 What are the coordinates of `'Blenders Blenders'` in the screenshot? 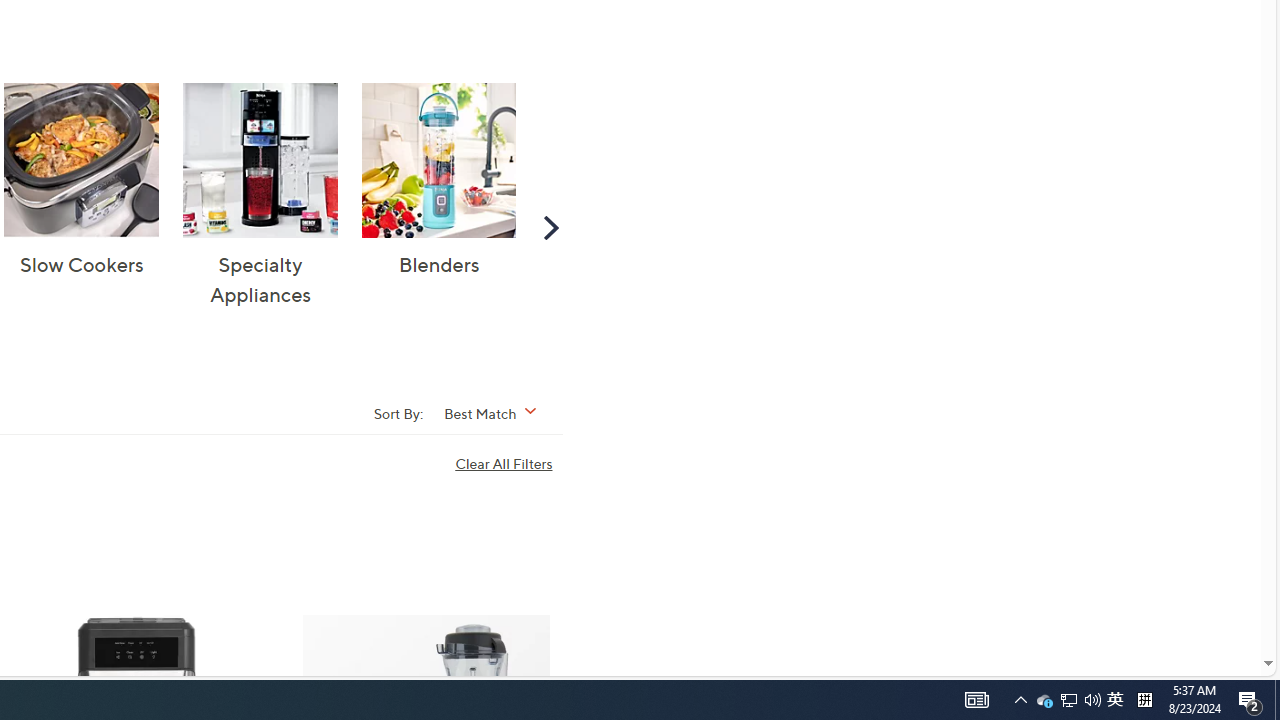 It's located at (438, 181).